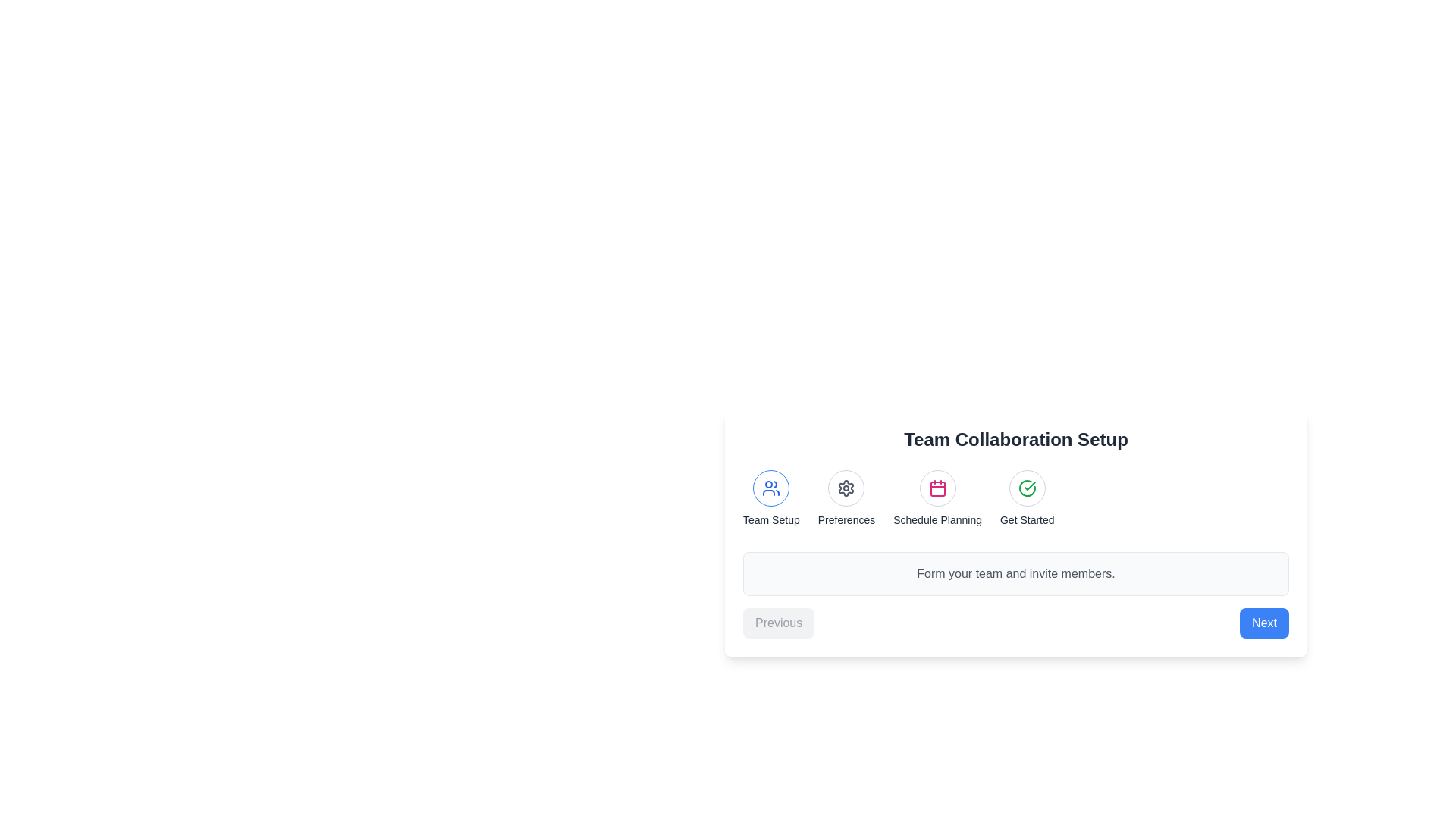 The height and width of the screenshot is (819, 1456). Describe the element at coordinates (1264, 623) in the screenshot. I see `the 'Next' button, which is a rectangular button with a medium blue background and white font, located at the bottom right of the card interface` at that location.